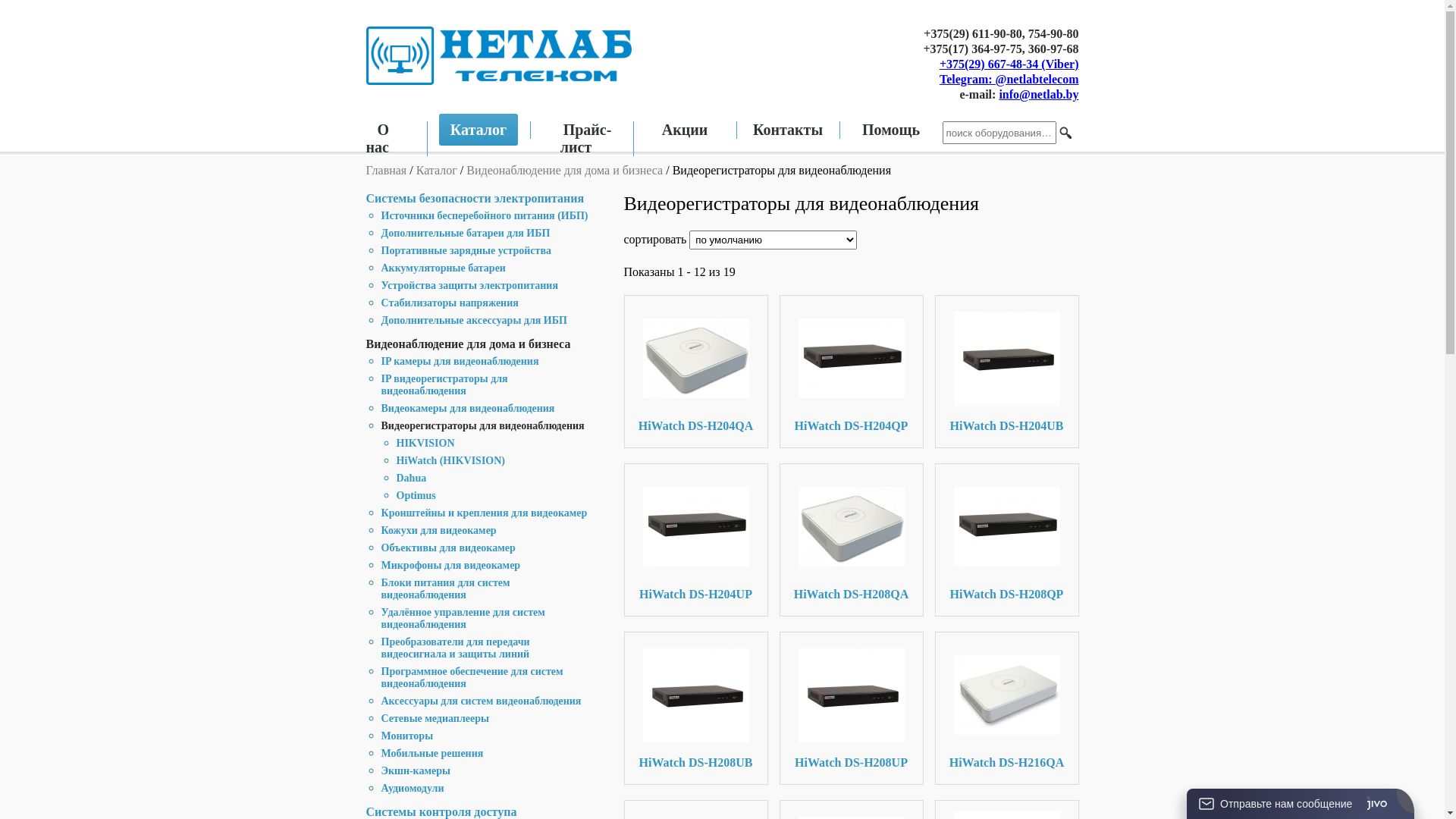  Describe the element at coordinates (1007, 695) in the screenshot. I see `'HiWatch DS-H216QA'` at that location.